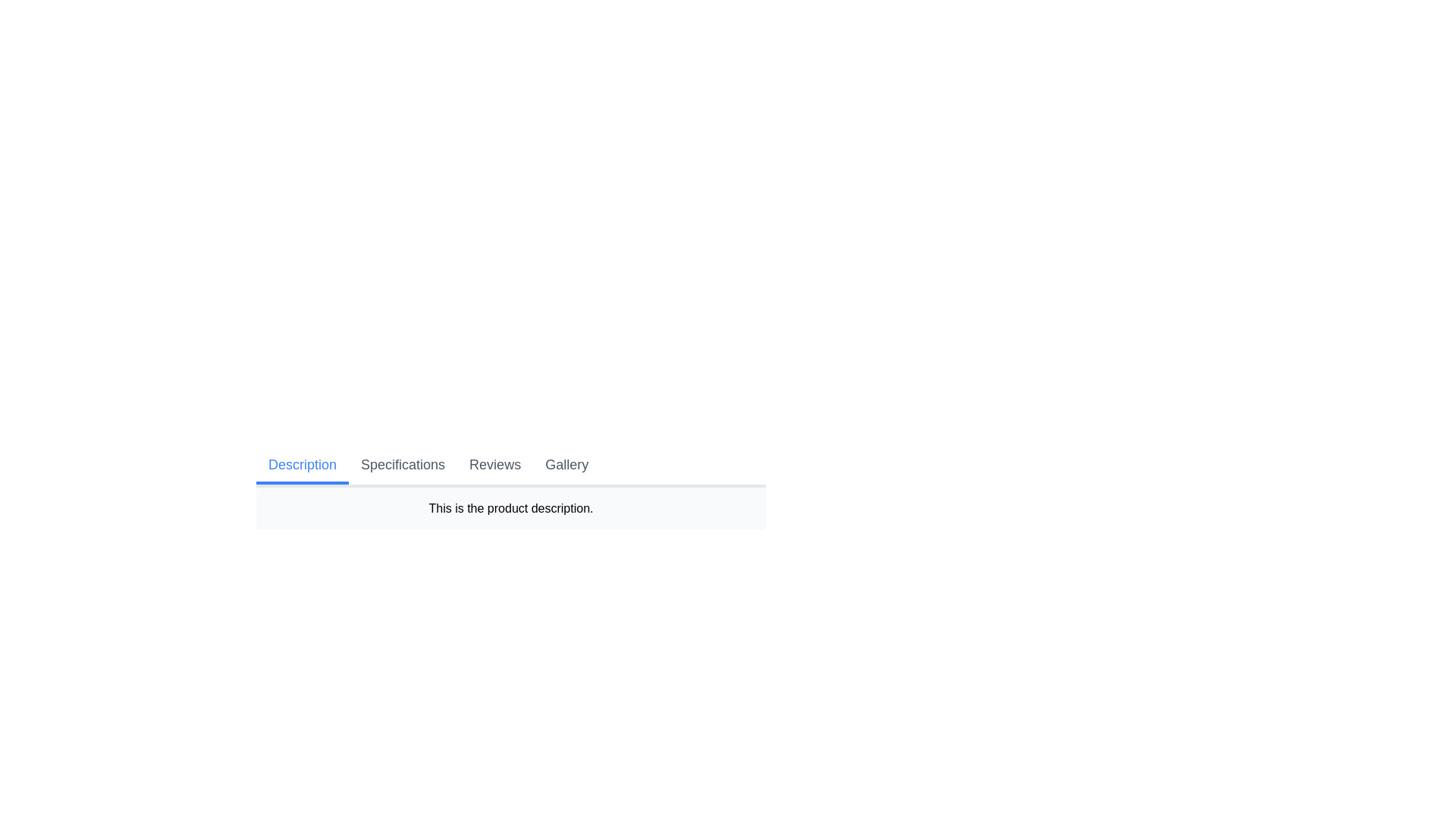  What do you see at coordinates (302, 465) in the screenshot?
I see `the tab labeled Description` at bounding box center [302, 465].